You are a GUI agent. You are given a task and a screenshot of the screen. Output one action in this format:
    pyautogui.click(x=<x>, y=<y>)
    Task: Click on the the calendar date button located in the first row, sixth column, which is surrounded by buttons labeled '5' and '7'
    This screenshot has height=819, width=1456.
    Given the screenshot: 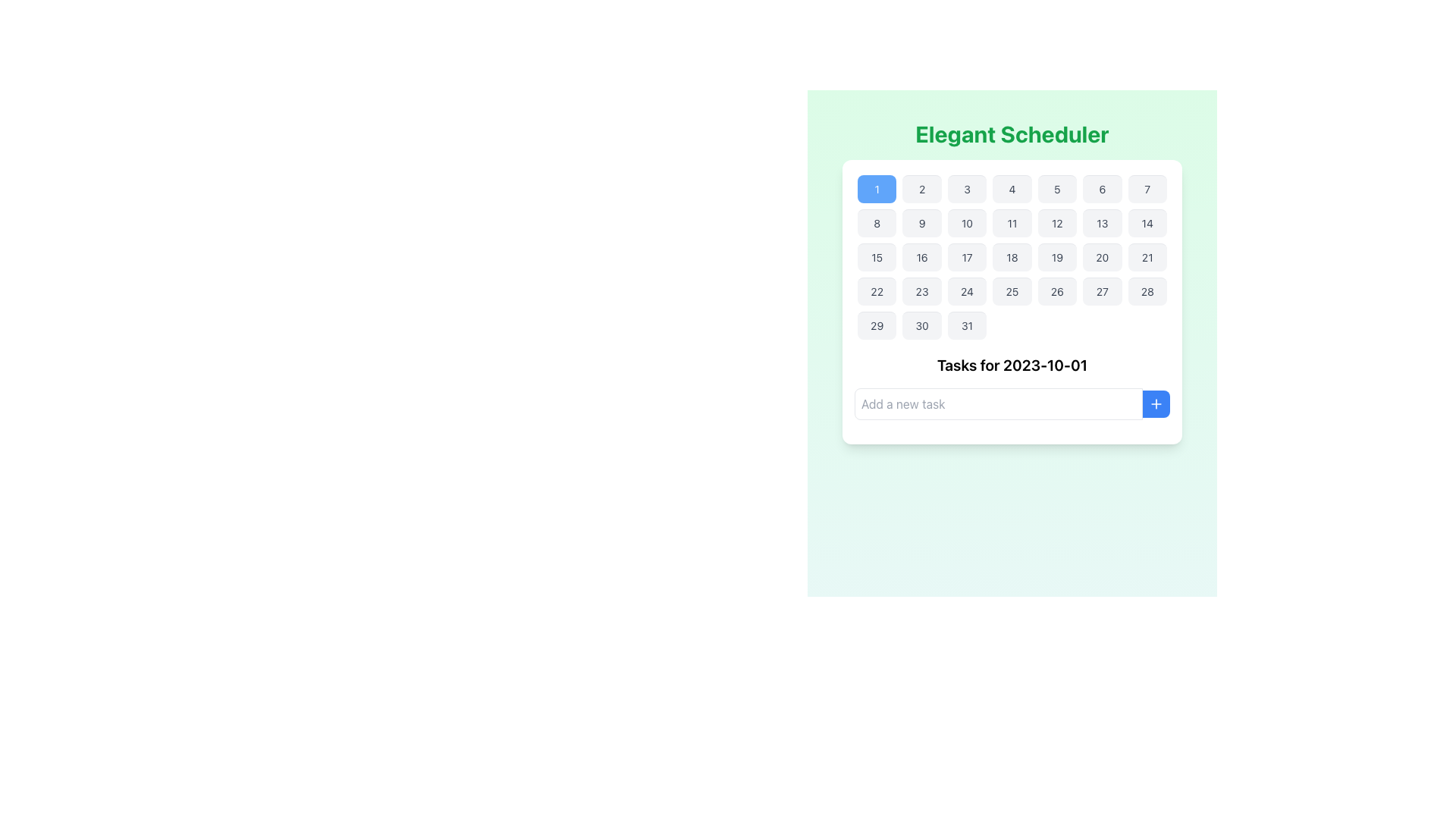 What is the action you would take?
    pyautogui.click(x=1102, y=188)
    